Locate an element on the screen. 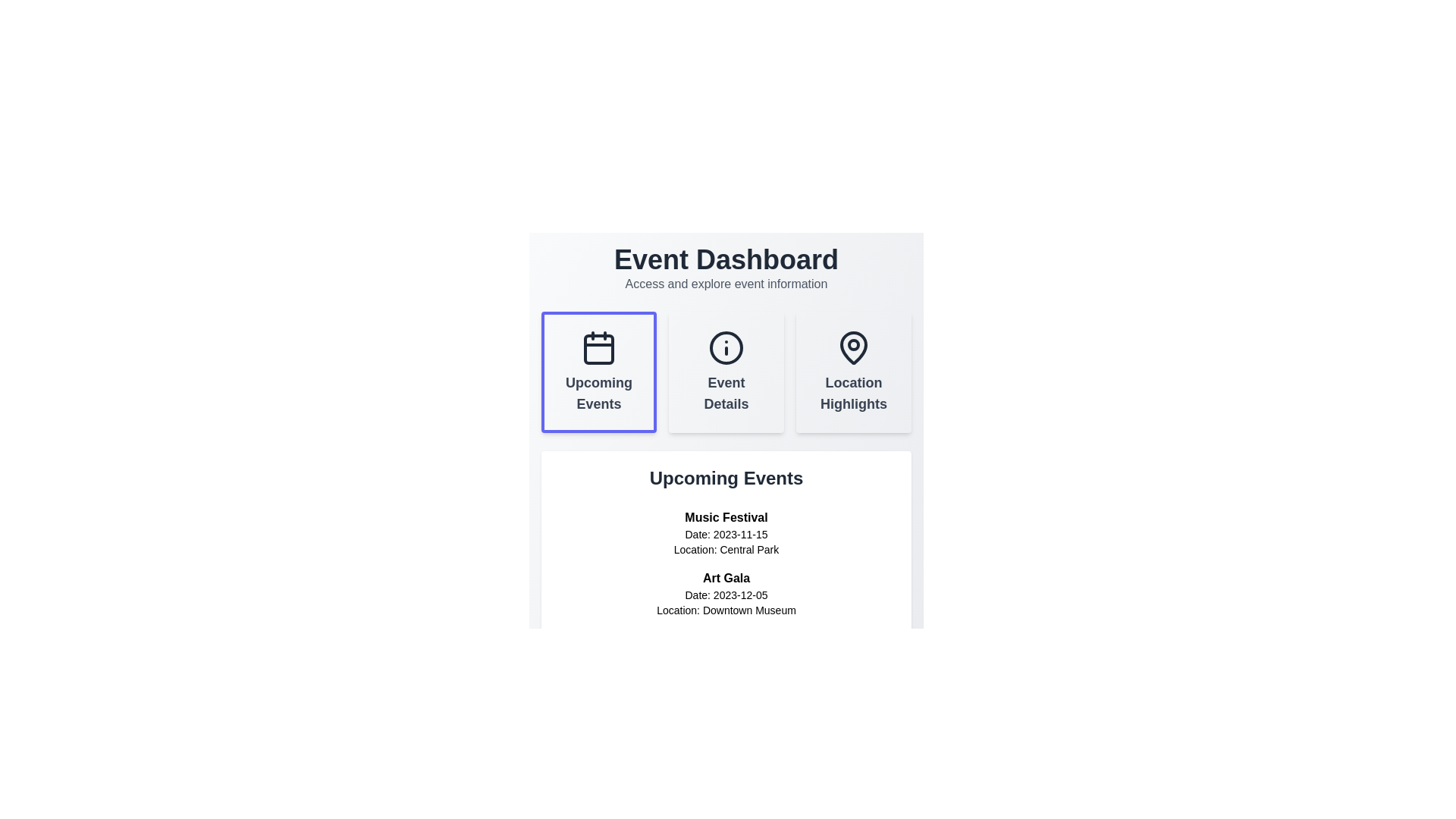 The image size is (1456, 819). the calendar icon located in the top-left quadrant of the application, above the 'Upcoming Events' text is located at coordinates (598, 348).